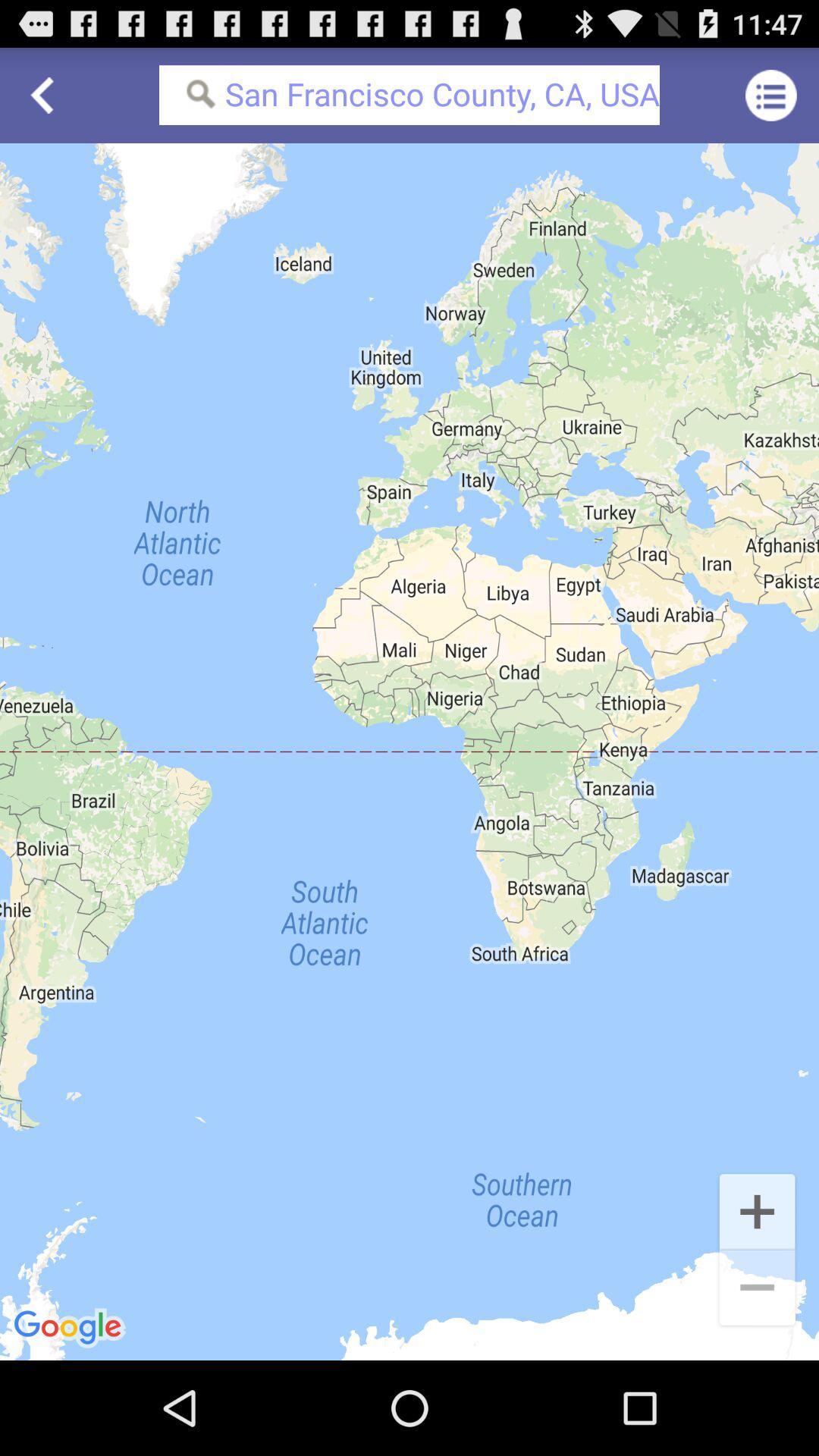 This screenshot has height=1456, width=819. I want to click on the arrow_backward icon, so click(46, 101).